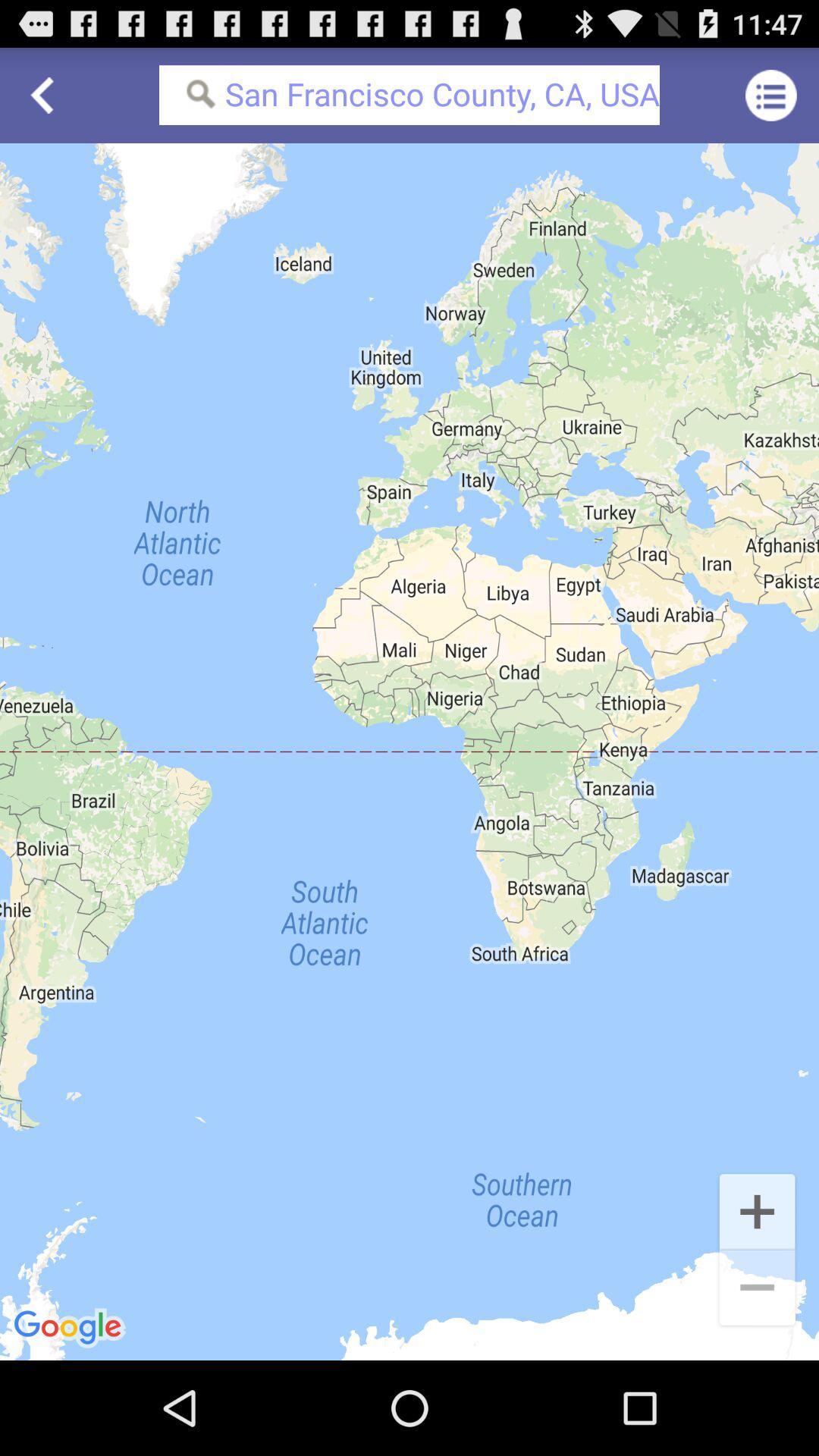 This screenshot has height=1456, width=819. I want to click on the arrow_backward icon, so click(46, 101).